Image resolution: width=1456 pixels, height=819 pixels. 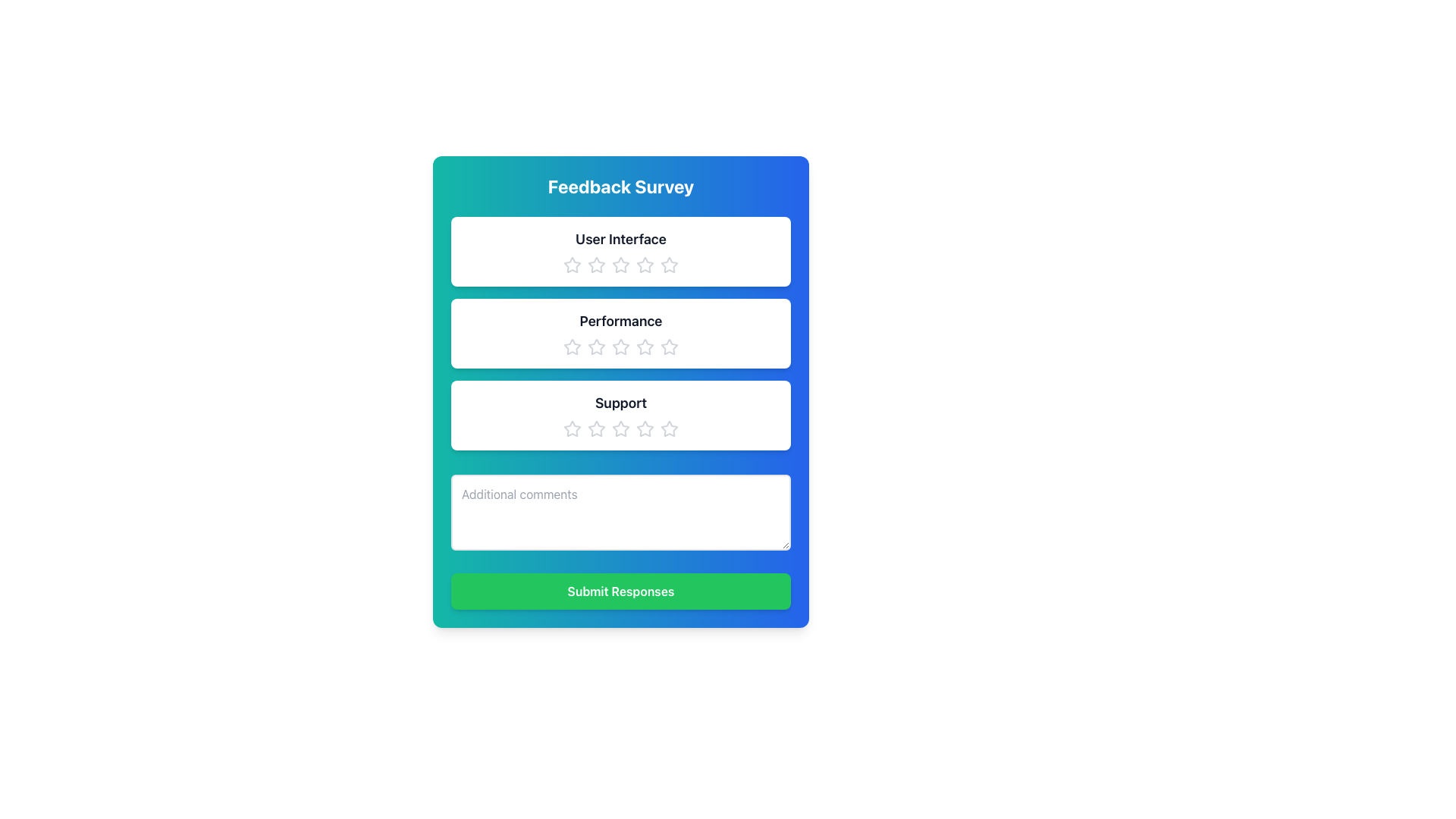 What do you see at coordinates (571, 264) in the screenshot?
I see `the first star in the horizontal row of five stars to assign the lowest rating for the 'User Interface' category` at bounding box center [571, 264].